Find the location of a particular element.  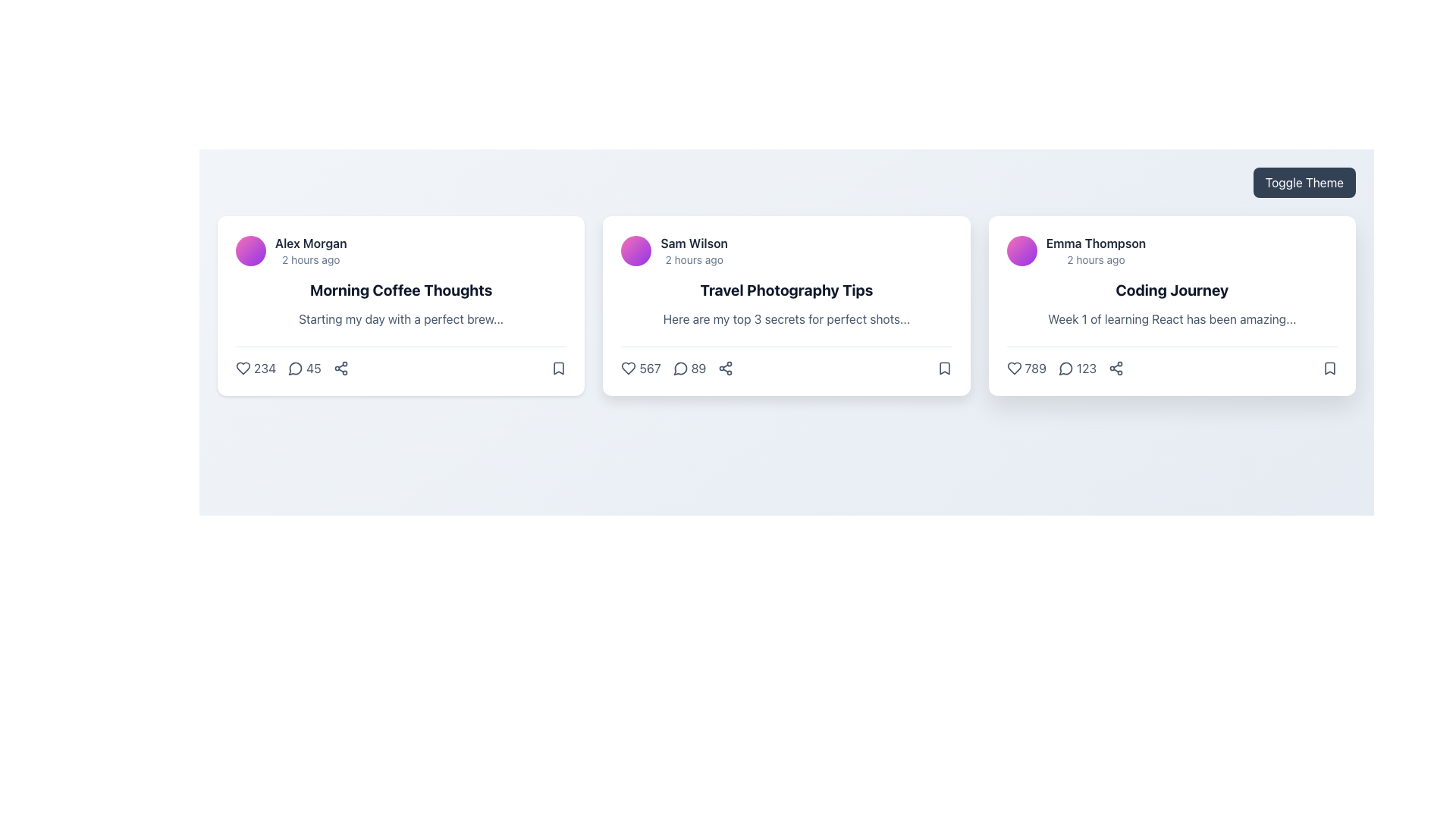

the Comment count indicator and button located in the middle card's footer is located at coordinates (689, 369).